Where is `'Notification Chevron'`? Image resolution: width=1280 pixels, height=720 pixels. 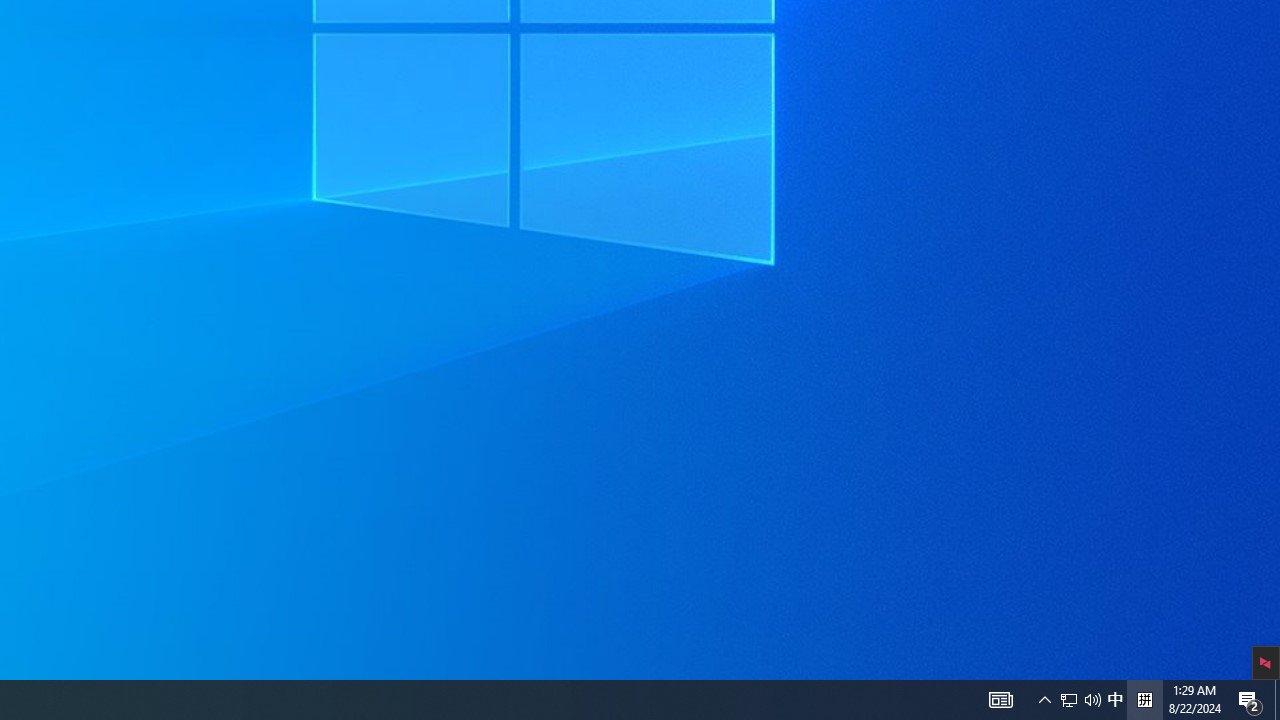 'Notification Chevron' is located at coordinates (1068, 698).